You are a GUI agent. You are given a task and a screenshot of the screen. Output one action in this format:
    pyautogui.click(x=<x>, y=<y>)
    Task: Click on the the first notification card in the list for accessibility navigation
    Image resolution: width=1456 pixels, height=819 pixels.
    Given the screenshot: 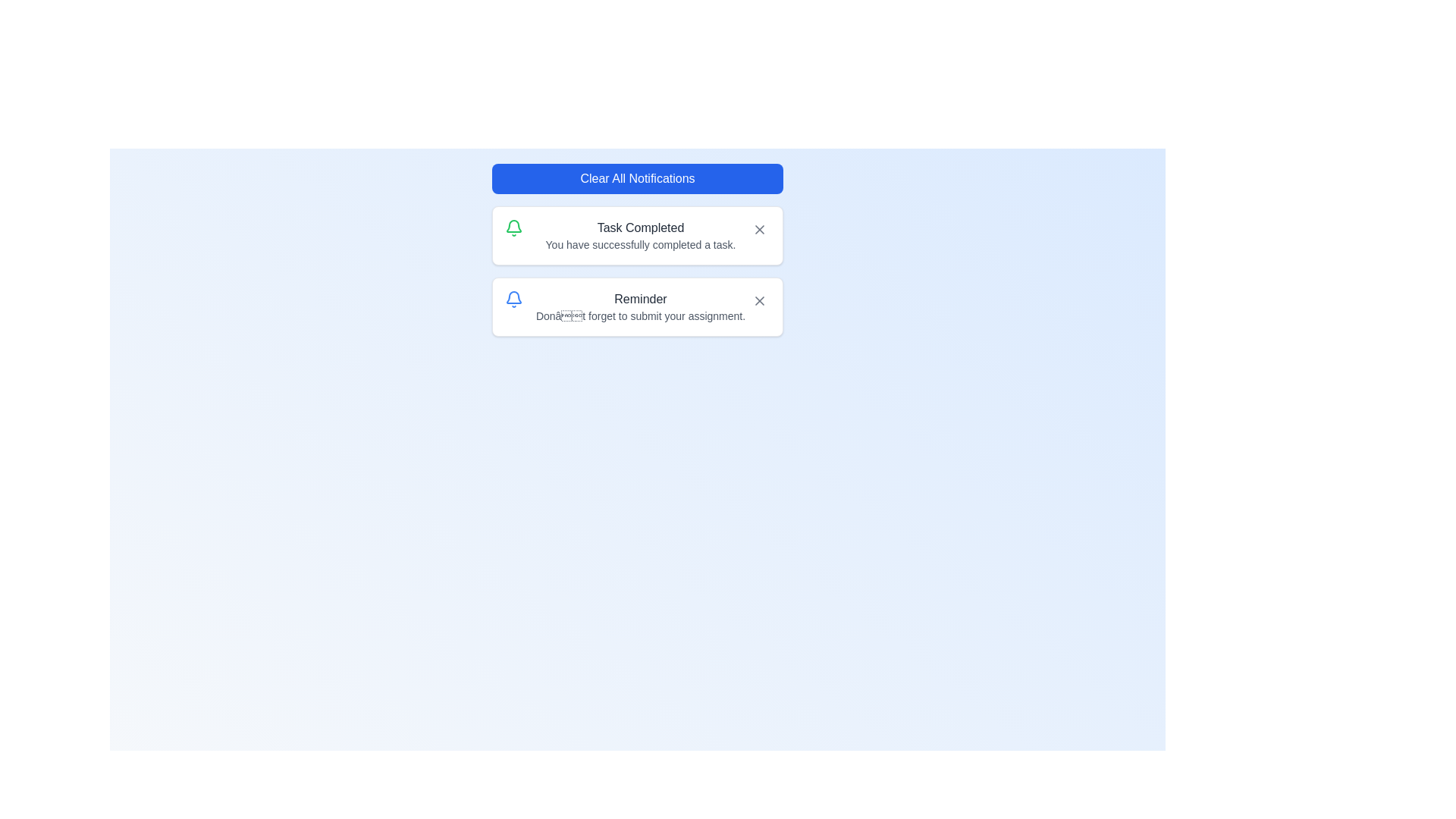 What is the action you would take?
    pyautogui.click(x=637, y=236)
    